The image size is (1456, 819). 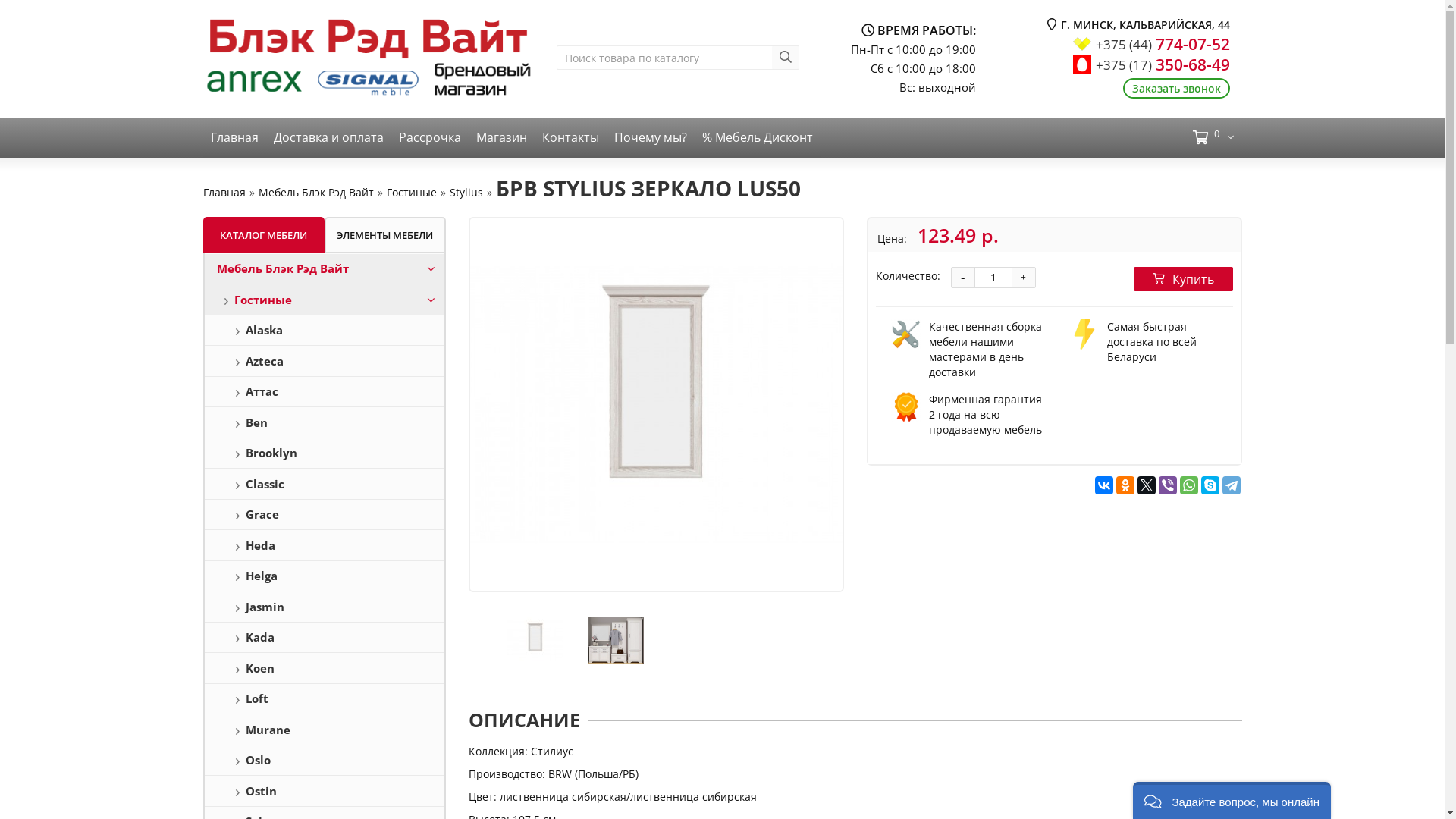 What do you see at coordinates (1022, 278) in the screenshot?
I see `'+'` at bounding box center [1022, 278].